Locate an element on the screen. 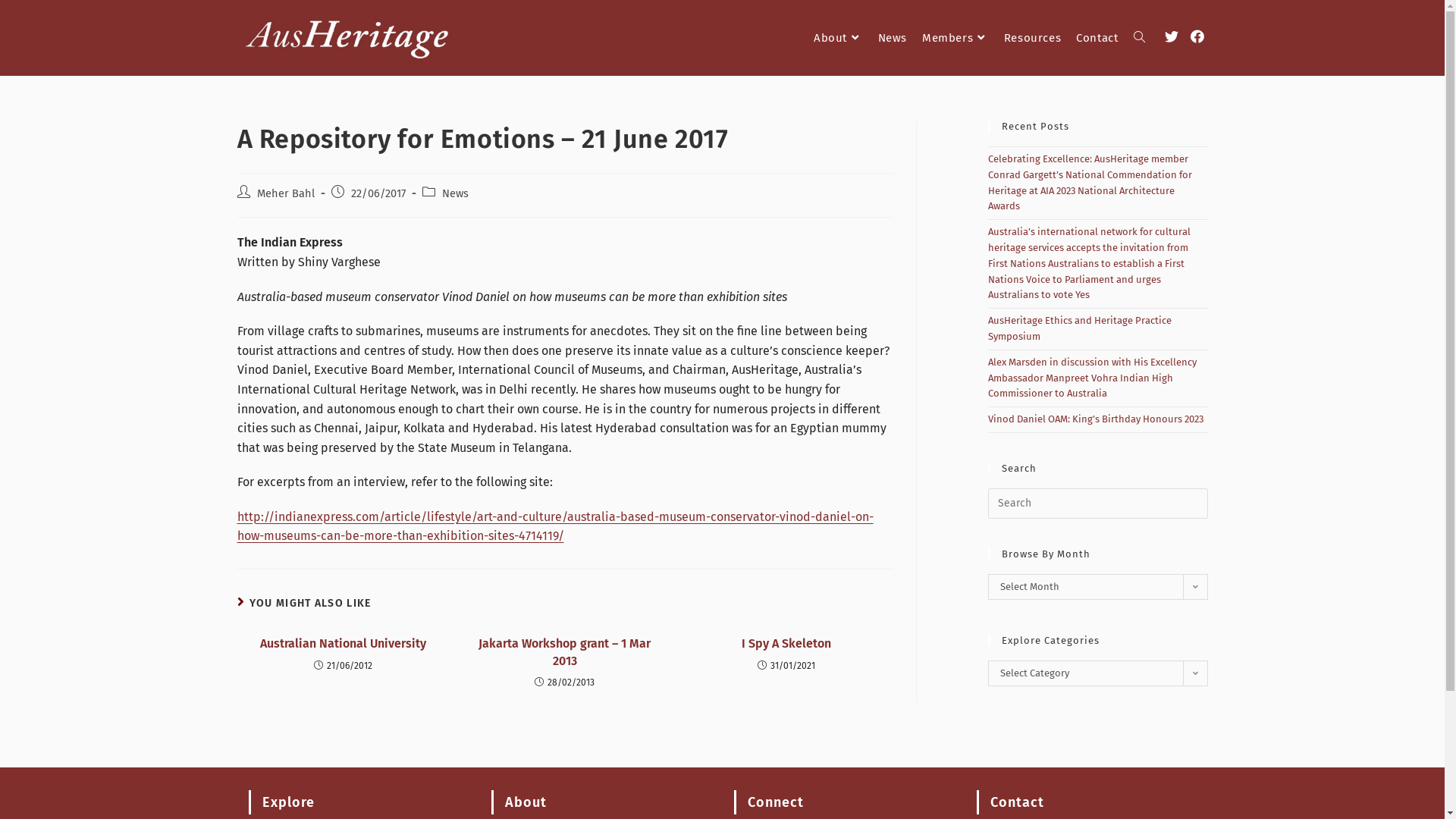  'News' is located at coordinates (453, 192).